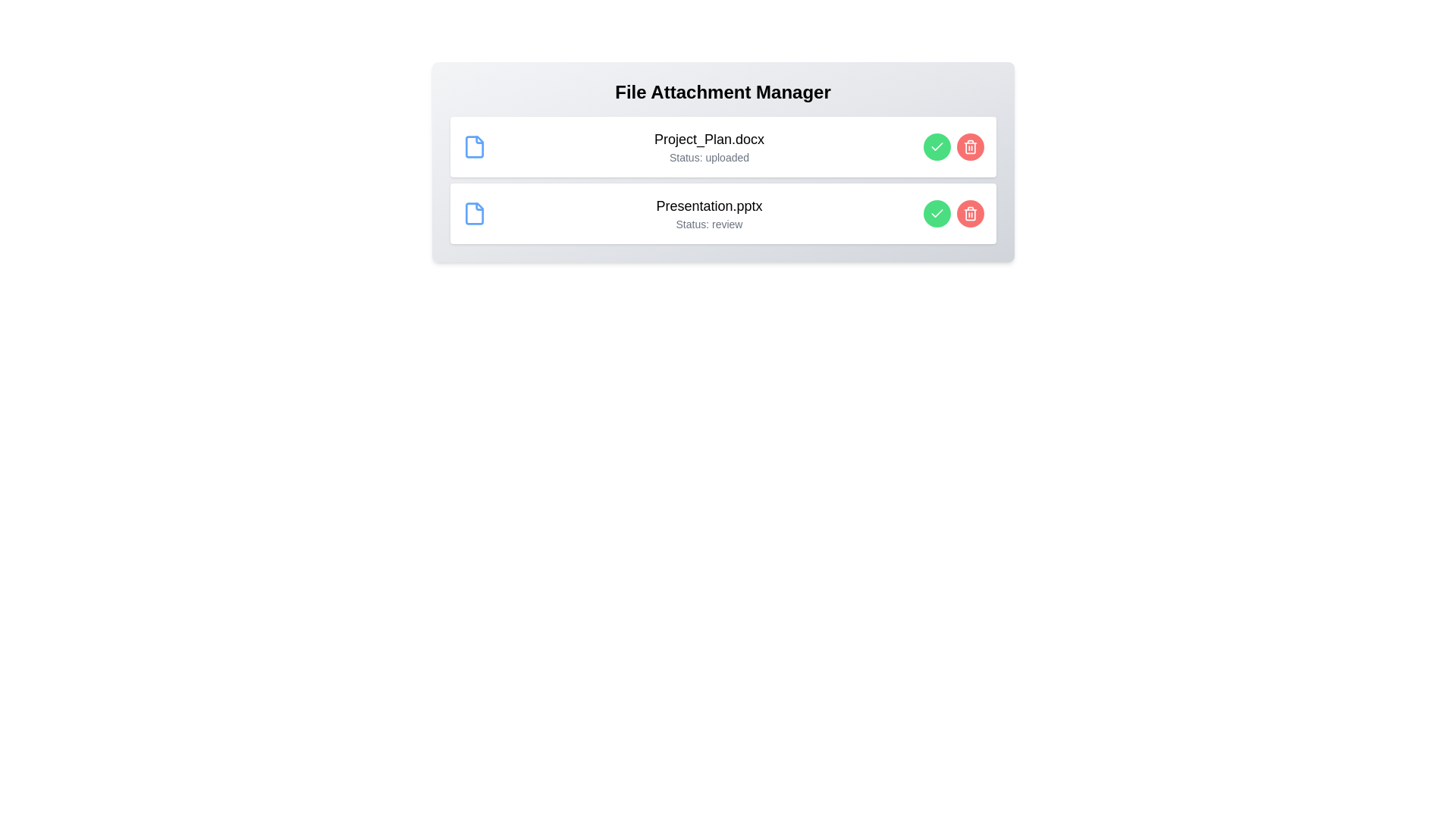  What do you see at coordinates (936, 146) in the screenshot?
I see `the 'Approve' button for the file 'Project_Plan.docx'` at bounding box center [936, 146].